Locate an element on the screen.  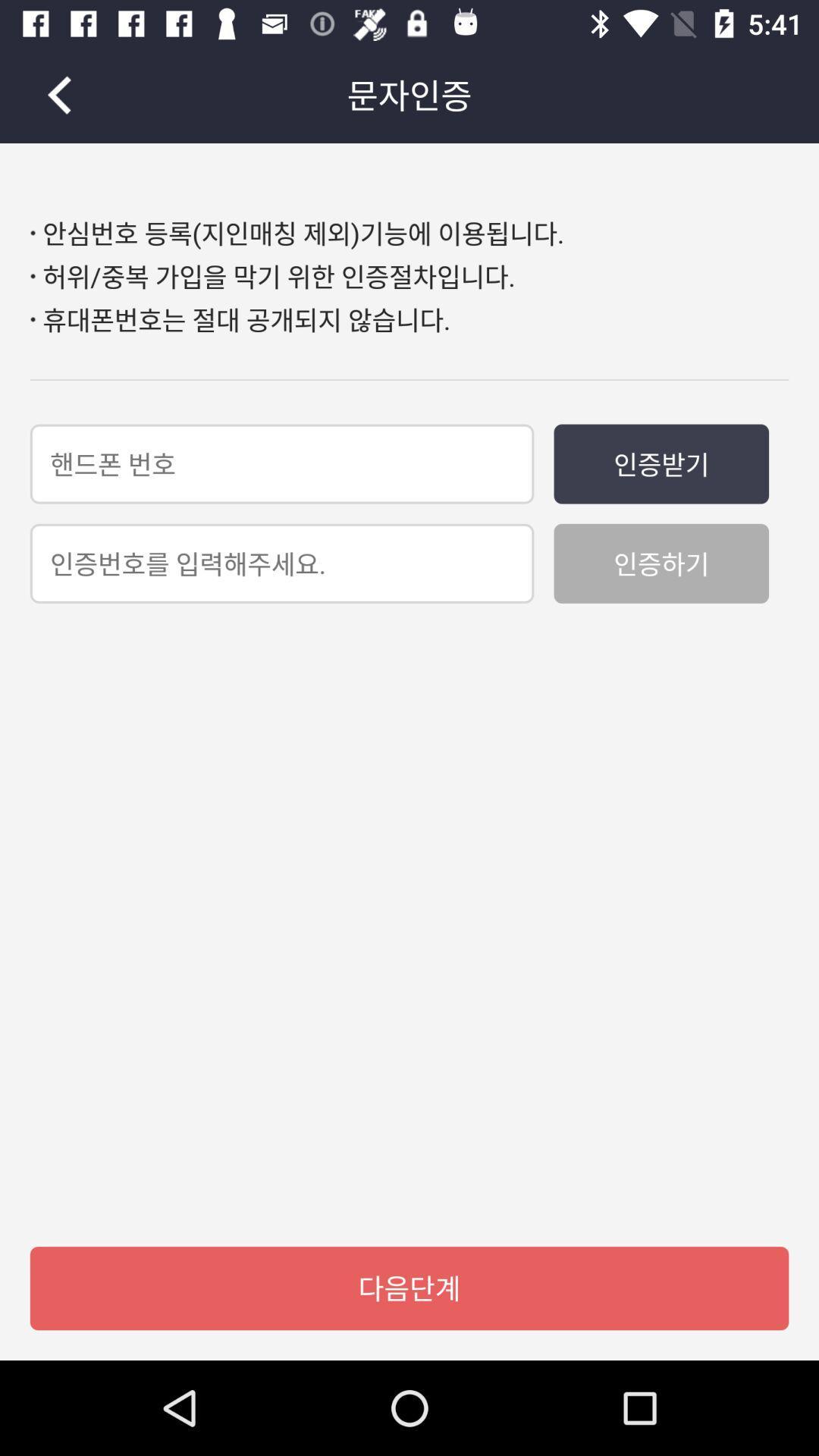
icon on the right is located at coordinates (661, 563).